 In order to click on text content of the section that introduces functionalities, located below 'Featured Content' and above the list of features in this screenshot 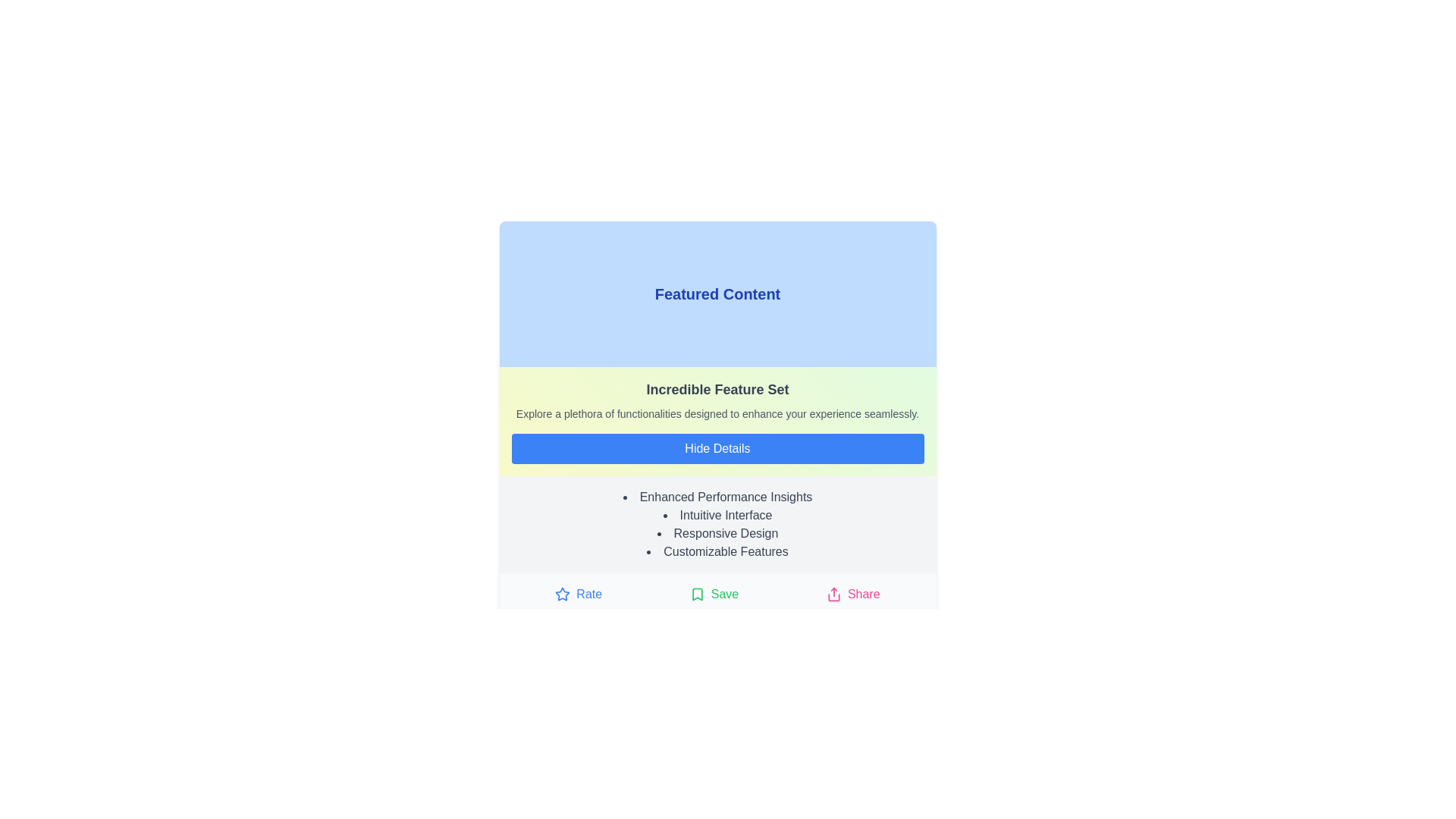, I will do `click(717, 421)`.